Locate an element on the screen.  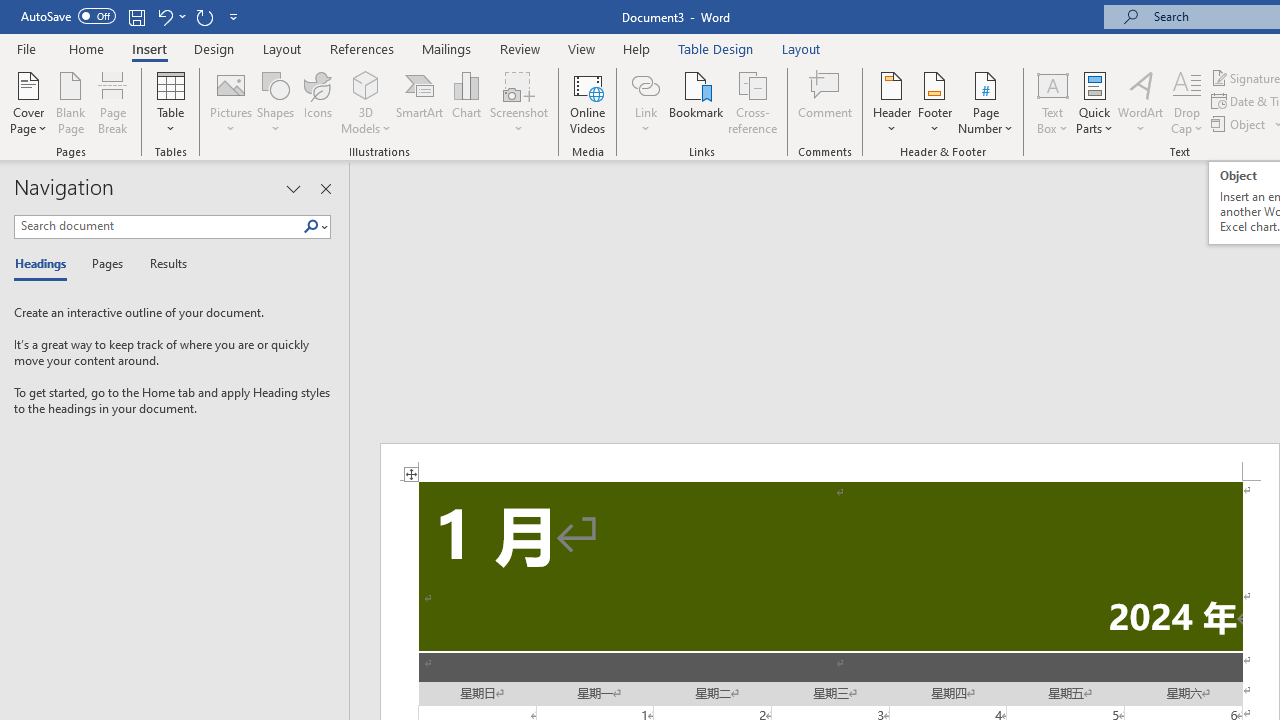
'Link' is located at coordinates (645, 84).